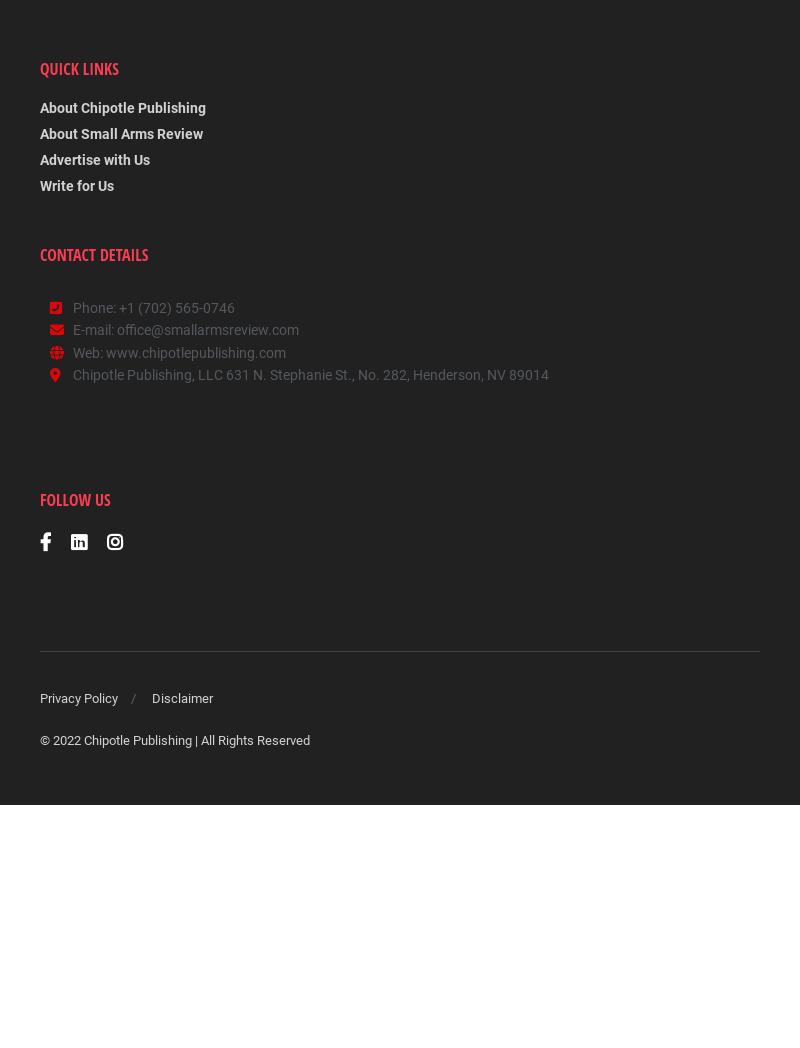  Describe the element at coordinates (39, 109) in the screenshot. I see `'About Chipotle Publishing'` at that location.